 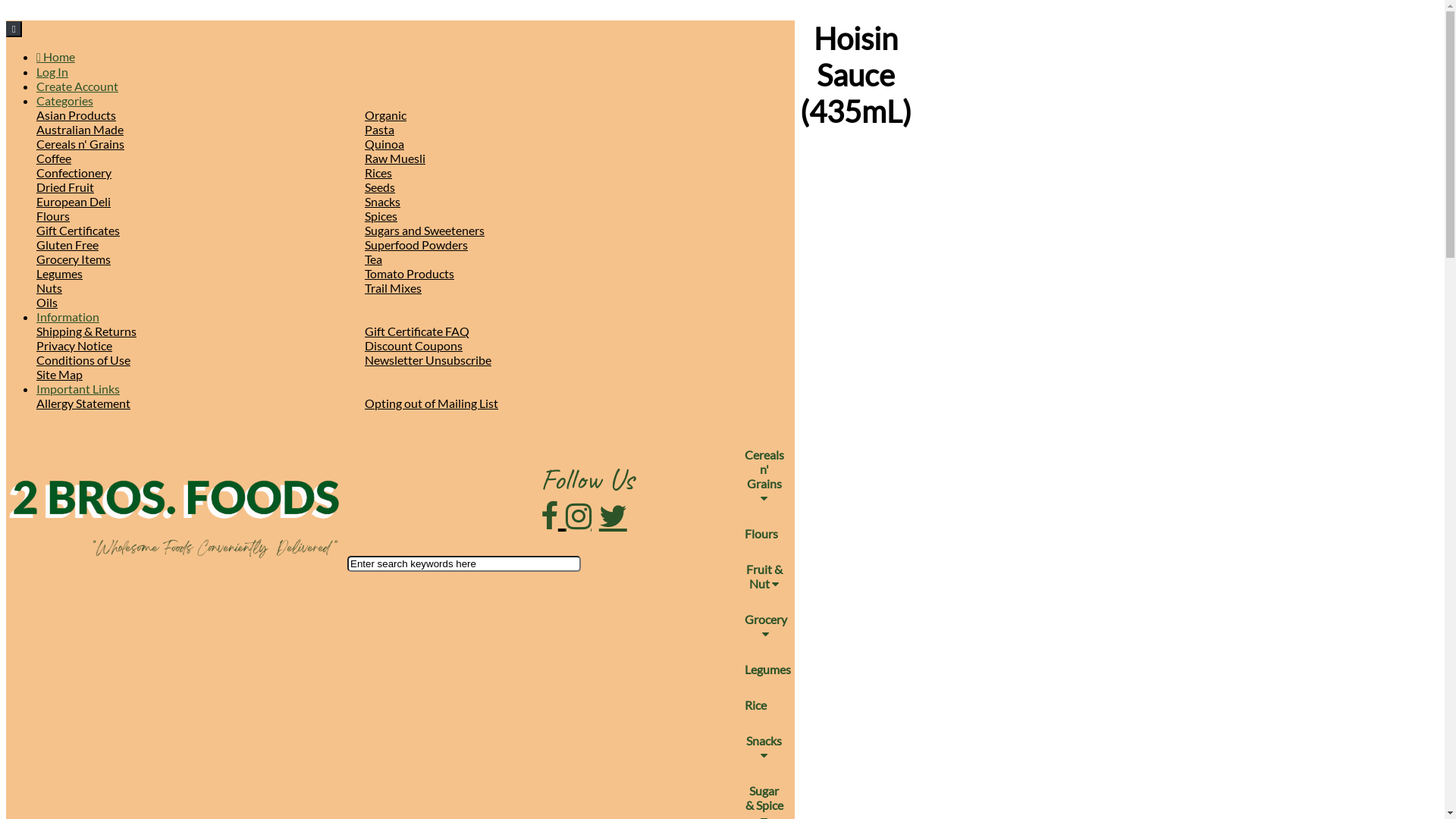 What do you see at coordinates (52, 71) in the screenshot?
I see `'Log In'` at bounding box center [52, 71].